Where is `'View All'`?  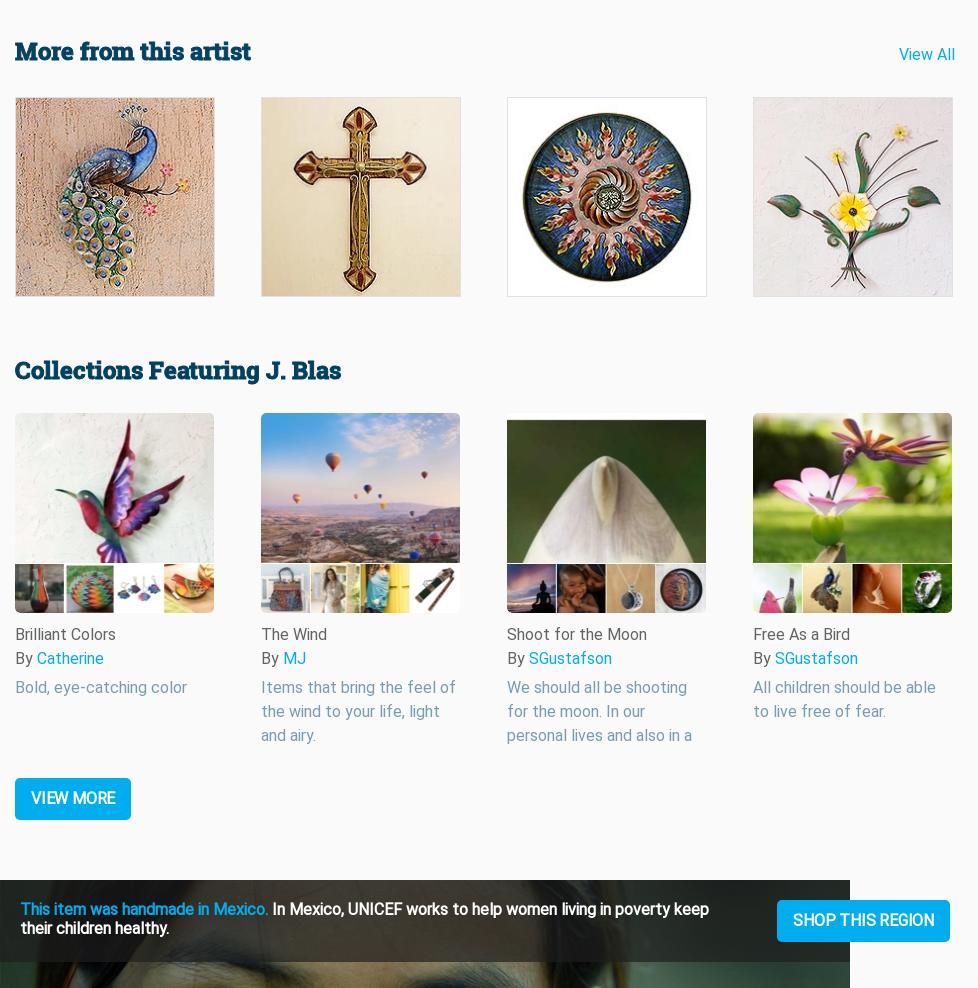
'View All' is located at coordinates (926, 53).